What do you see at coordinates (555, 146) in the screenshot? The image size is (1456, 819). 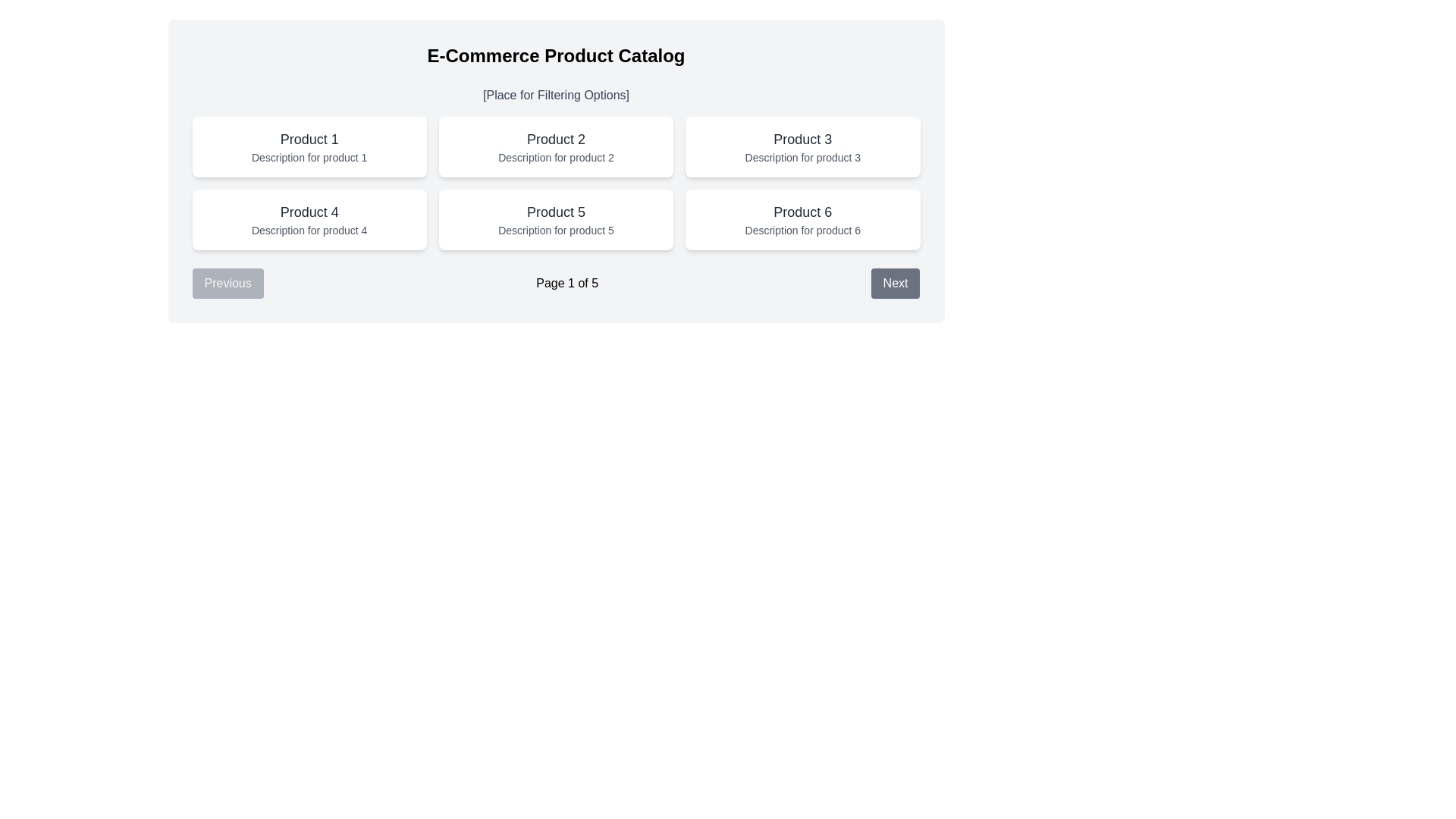 I see `the product display card for 'Product 2', which is the second card in the first row of the product catalog interface` at bounding box center [555, 146].